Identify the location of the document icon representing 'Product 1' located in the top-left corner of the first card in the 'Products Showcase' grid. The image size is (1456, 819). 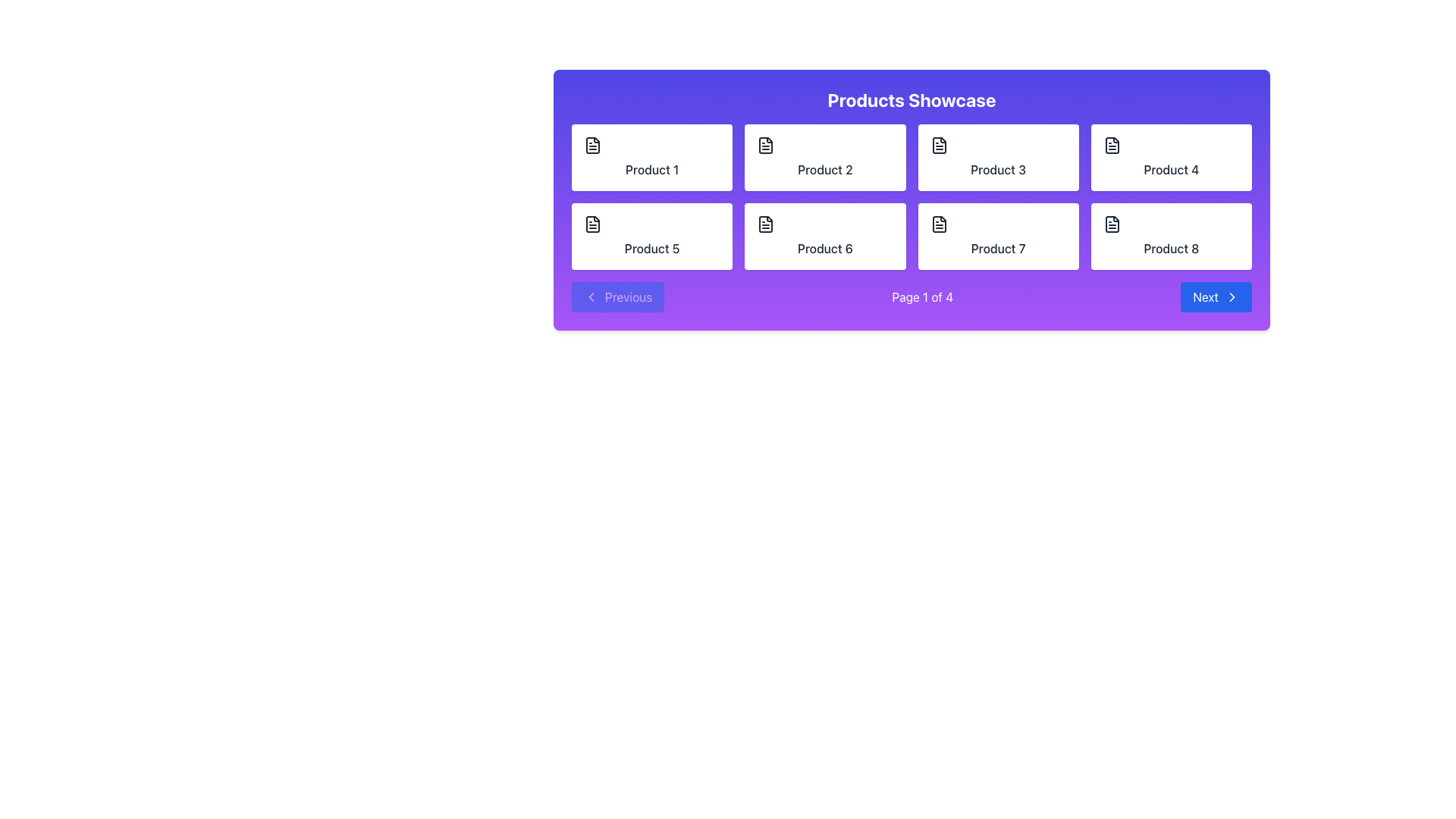
(592, 146).